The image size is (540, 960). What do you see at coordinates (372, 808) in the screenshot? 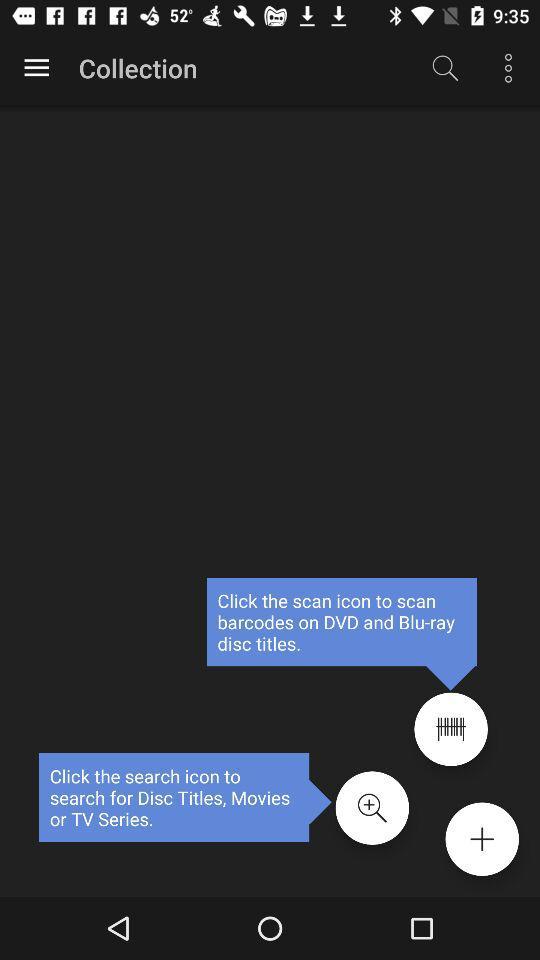
I see `the search icon` at bounding box center [372, 808].